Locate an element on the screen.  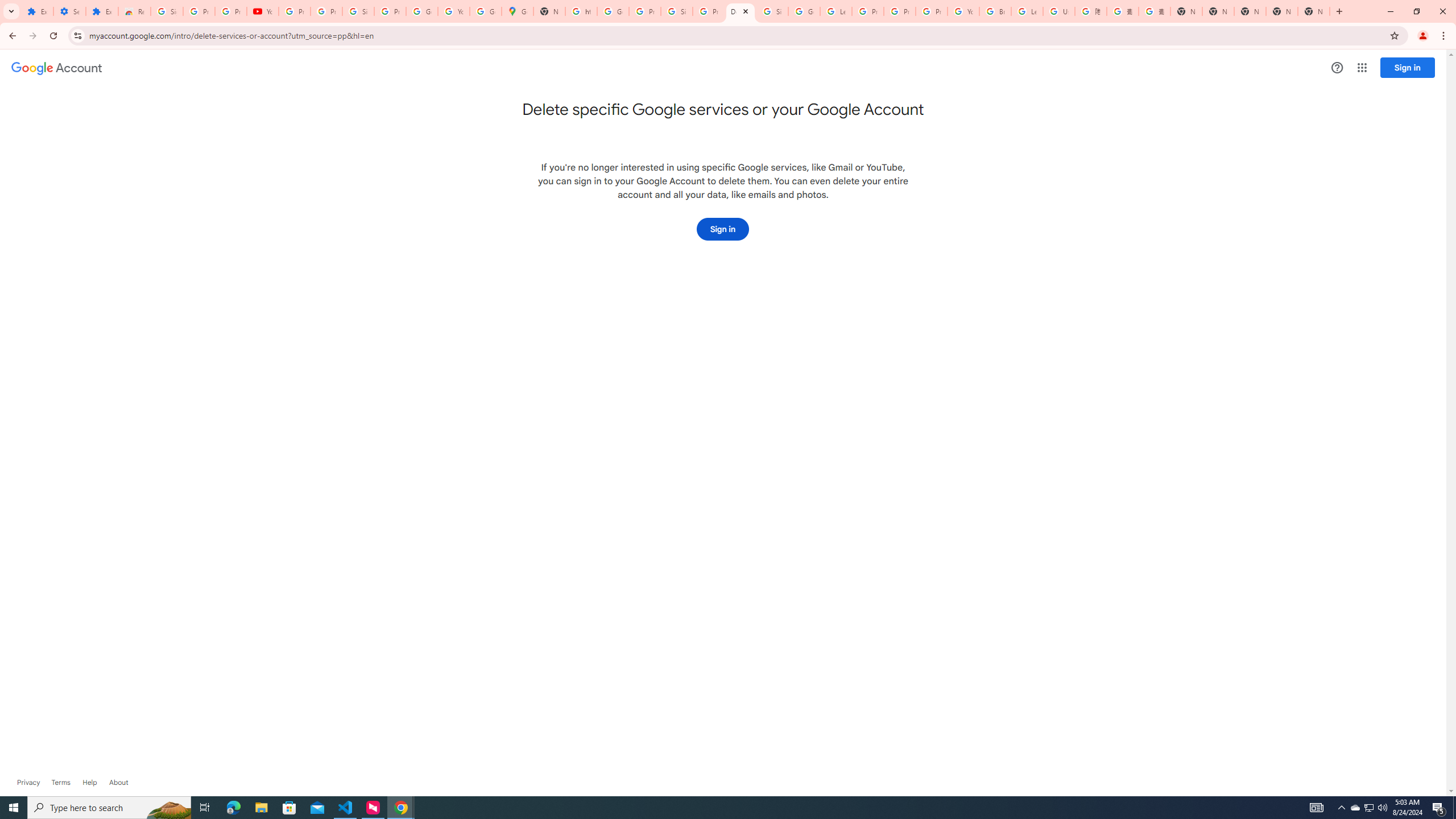
'Google Maps' is located at coordinates (517, 11).